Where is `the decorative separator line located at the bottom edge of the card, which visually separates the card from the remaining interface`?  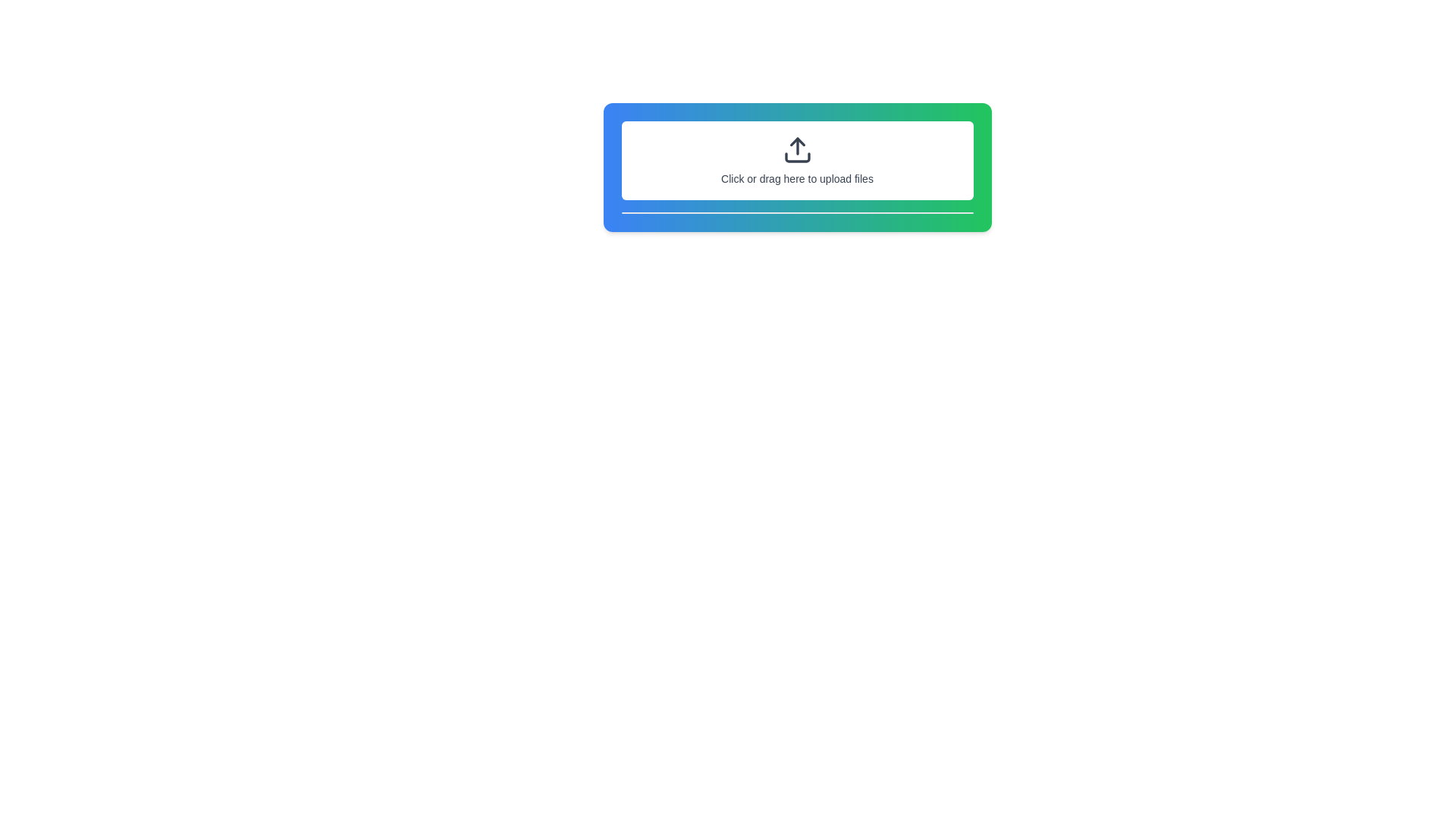 the decorative separator line located at the bottom edge of the card, which visually separates the card from the remaining interface is located at coordinates (796, 213).